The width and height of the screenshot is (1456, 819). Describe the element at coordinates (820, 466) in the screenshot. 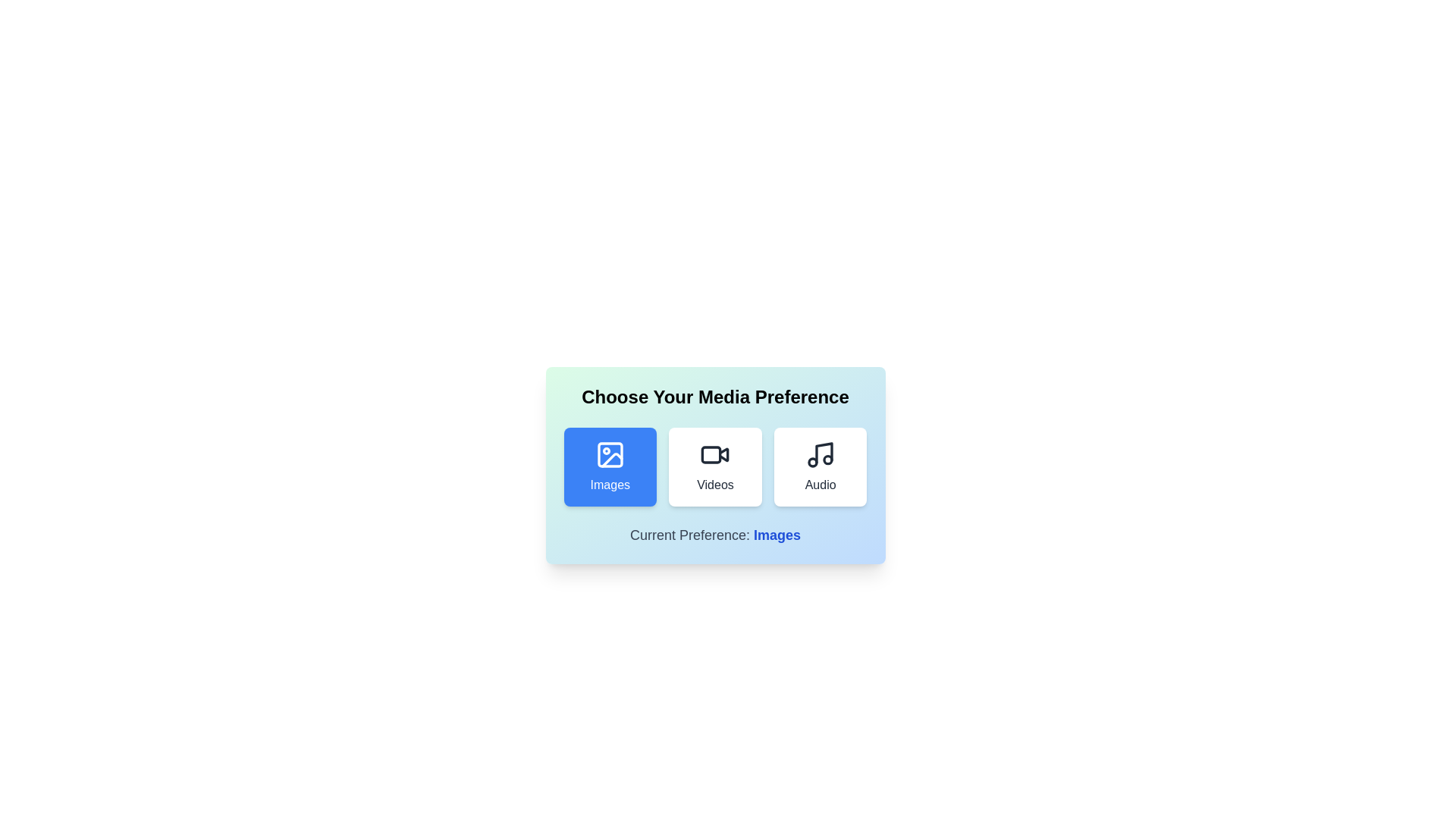

I see `the media preference option Audio` at that location.